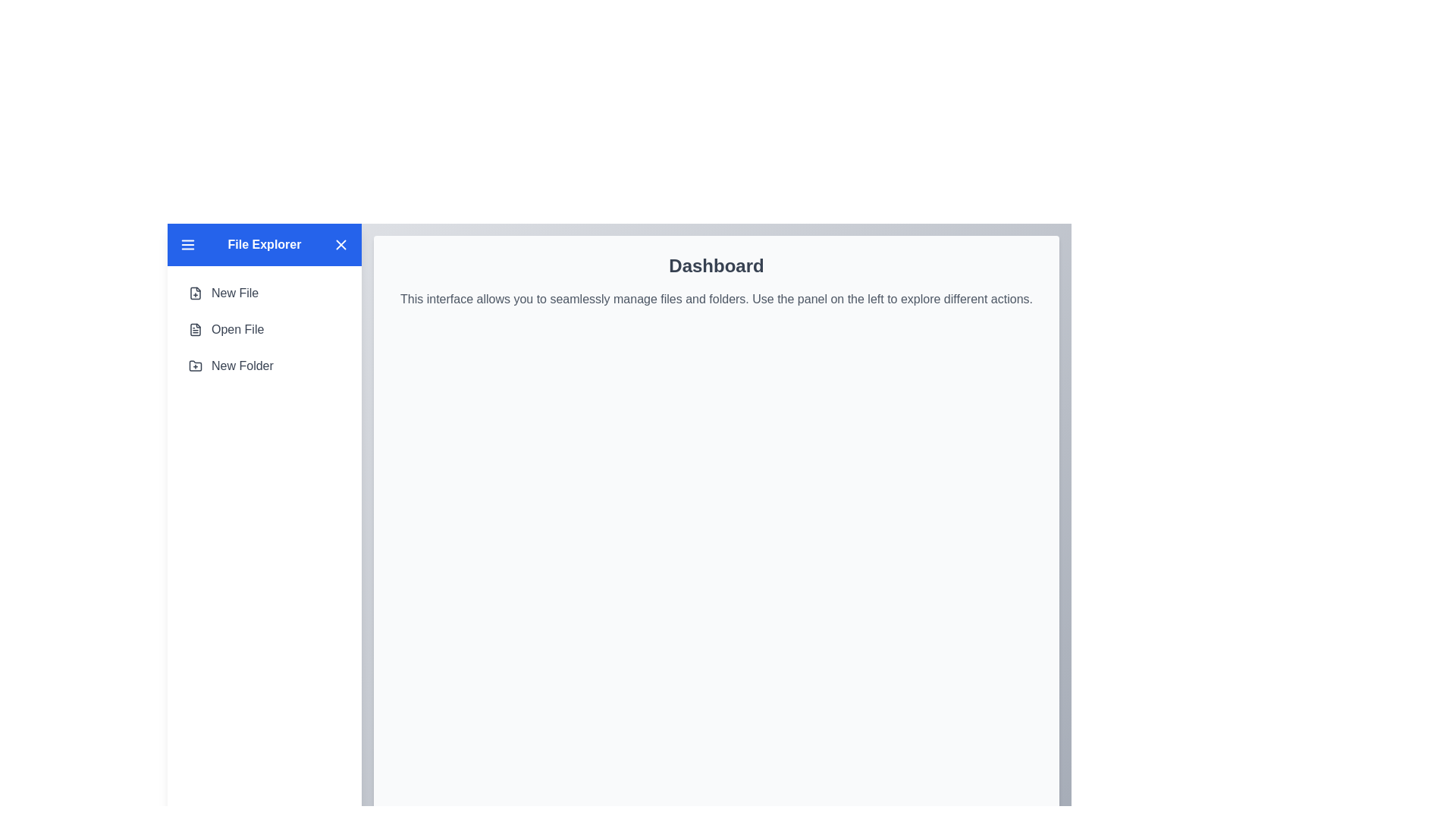 The image size is (1456, 819). I want to click on the 'Open File' icon located in the left navigation panel, specifically the second item from the top, aligned to the left of the 'Open File' text, so click(195, 329).